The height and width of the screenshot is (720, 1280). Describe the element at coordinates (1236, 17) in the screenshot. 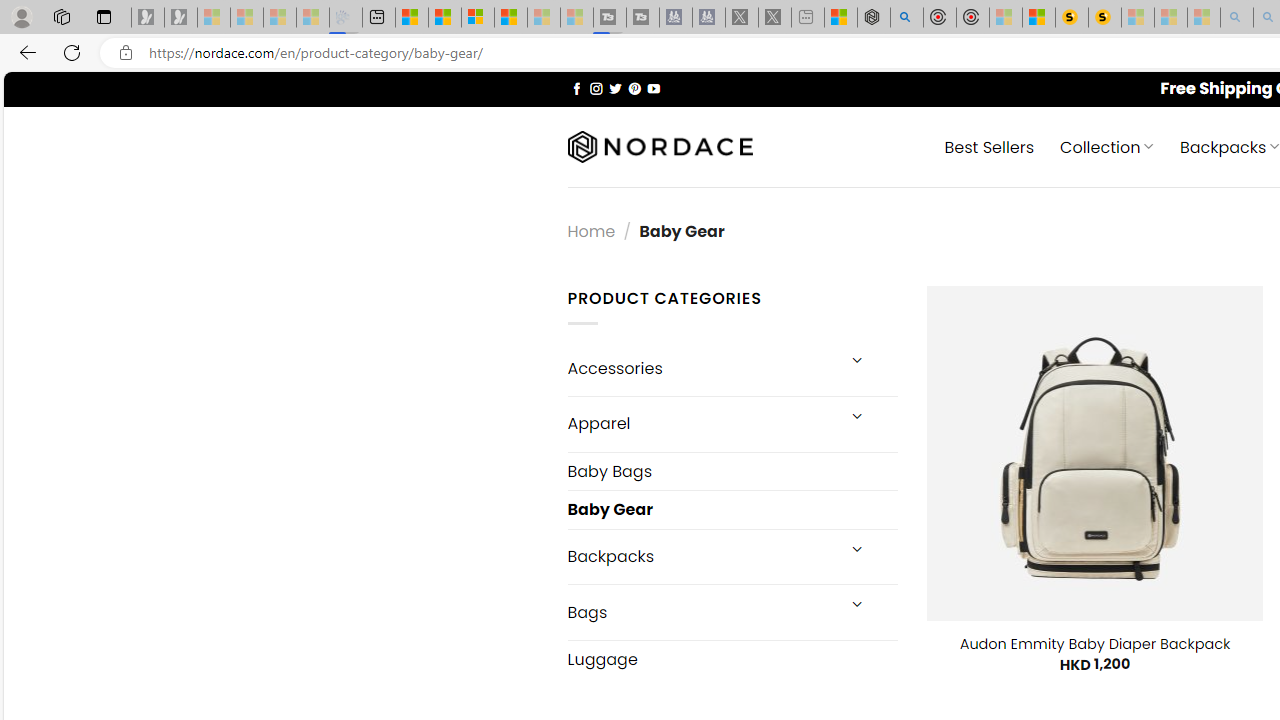

I see `'amazon - Search - Sleeping'` at that location.